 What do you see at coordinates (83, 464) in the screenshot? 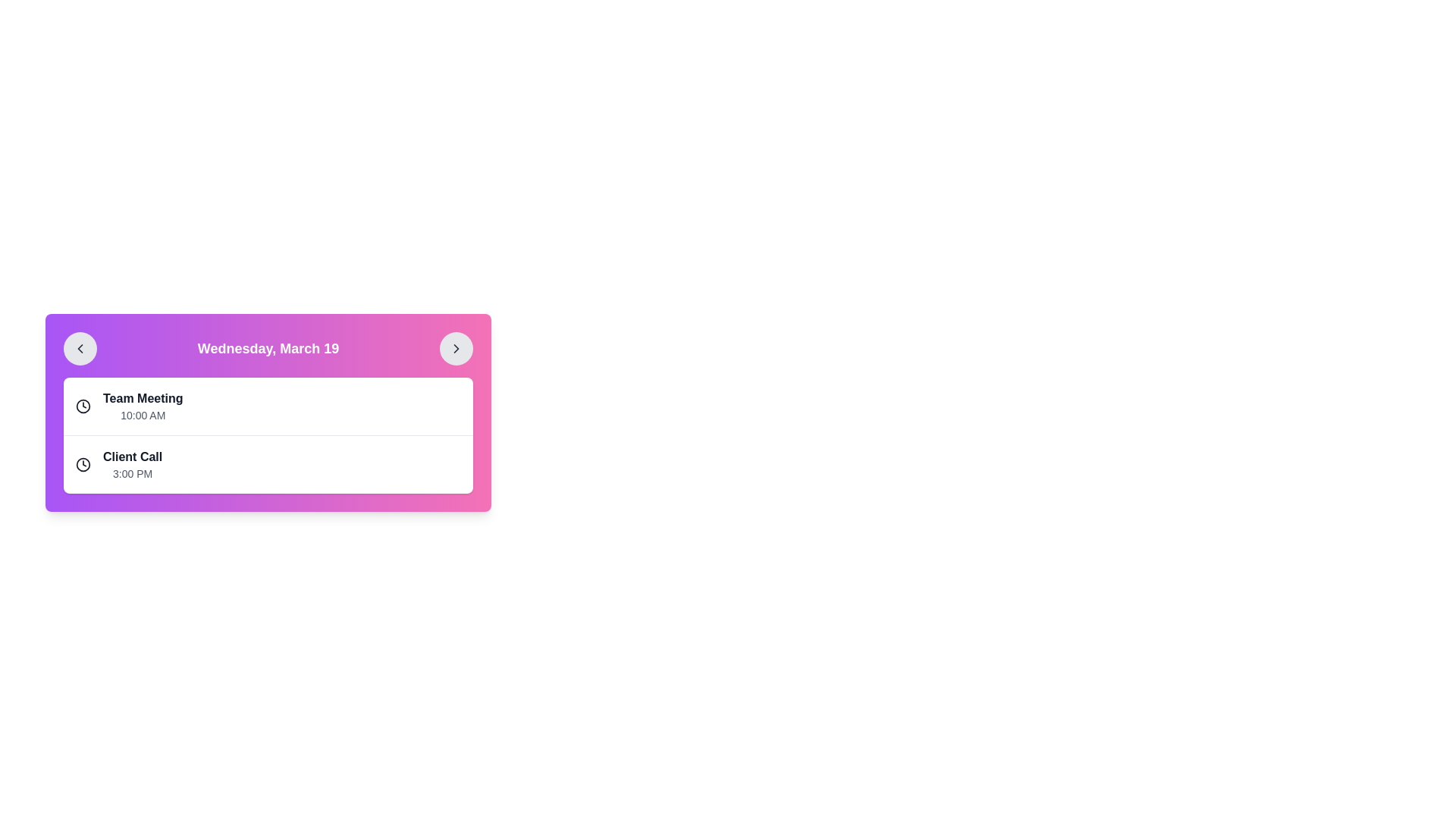
I see `the clock icon, which signifies time-related information and is located to the left of the text 'Client Call' and '3:00 PM'` at bounding box center [83, 464].